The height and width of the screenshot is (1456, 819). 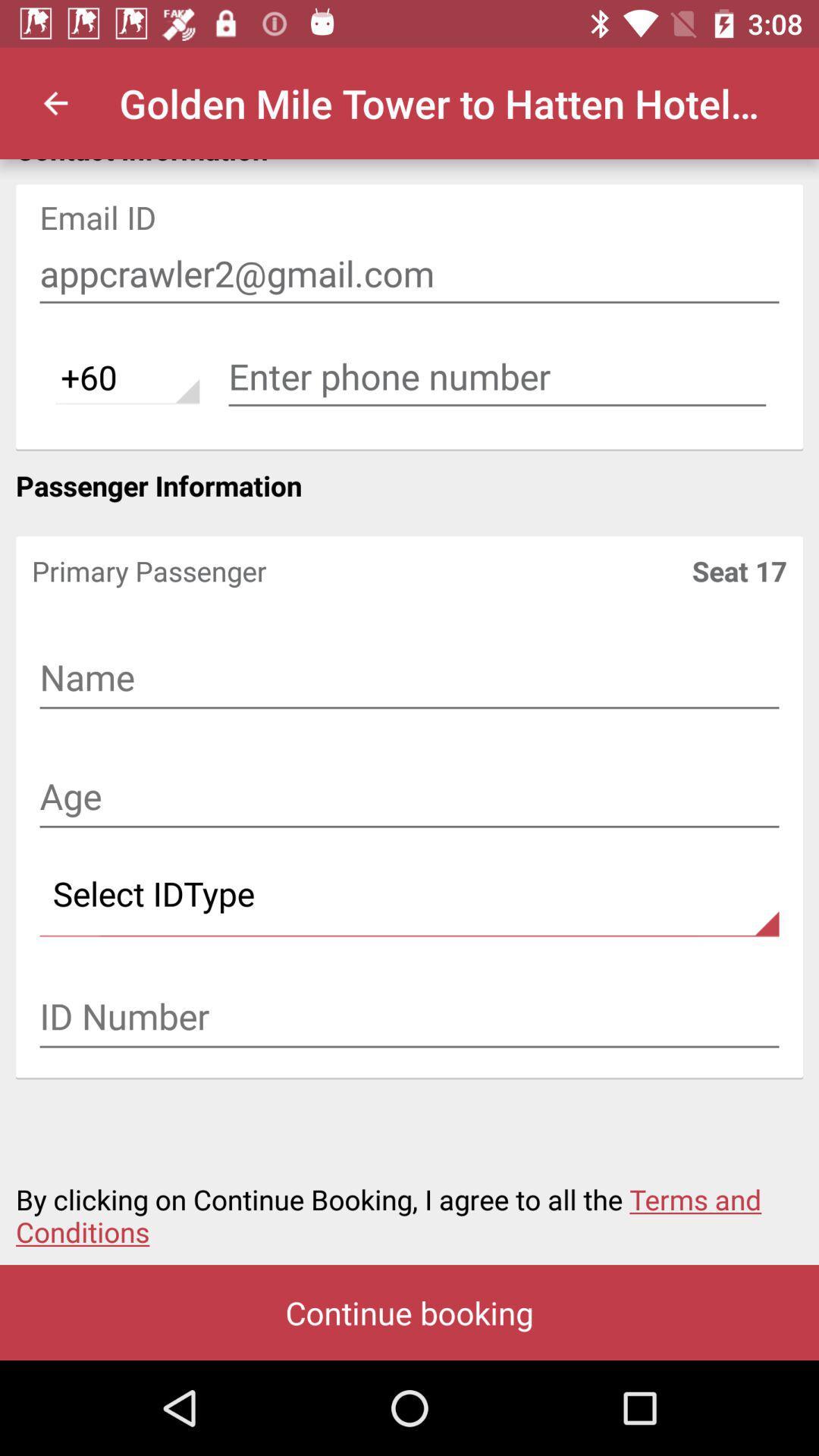 I want to click on icon to the left of golden mile tower item, so click(x=55, y=102).